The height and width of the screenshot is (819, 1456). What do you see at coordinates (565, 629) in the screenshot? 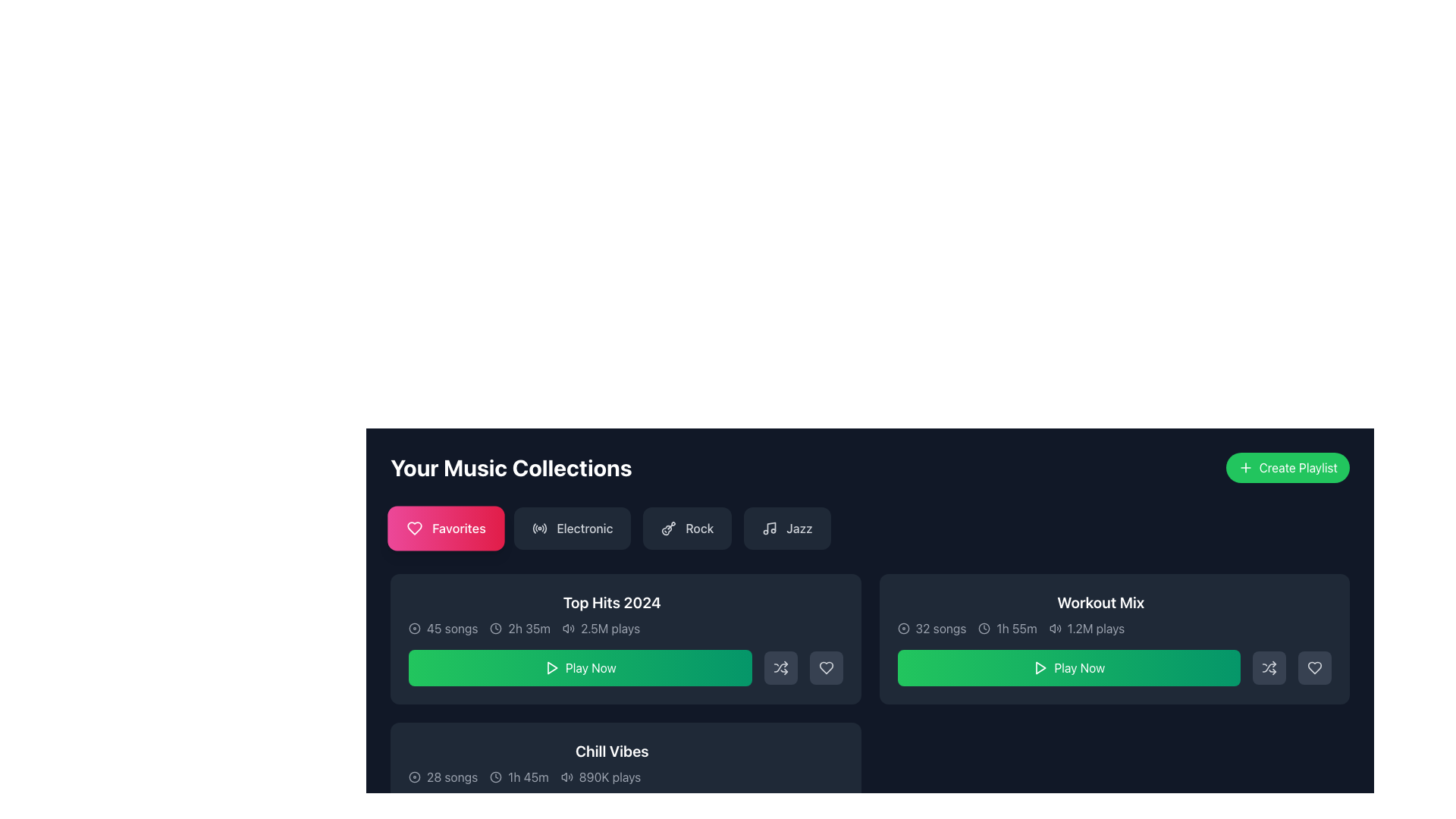
I see `the speaker icon located within the 'Top Hits 2024' card, positioned near the center of the bottom half` at bounding box center [565, 629].